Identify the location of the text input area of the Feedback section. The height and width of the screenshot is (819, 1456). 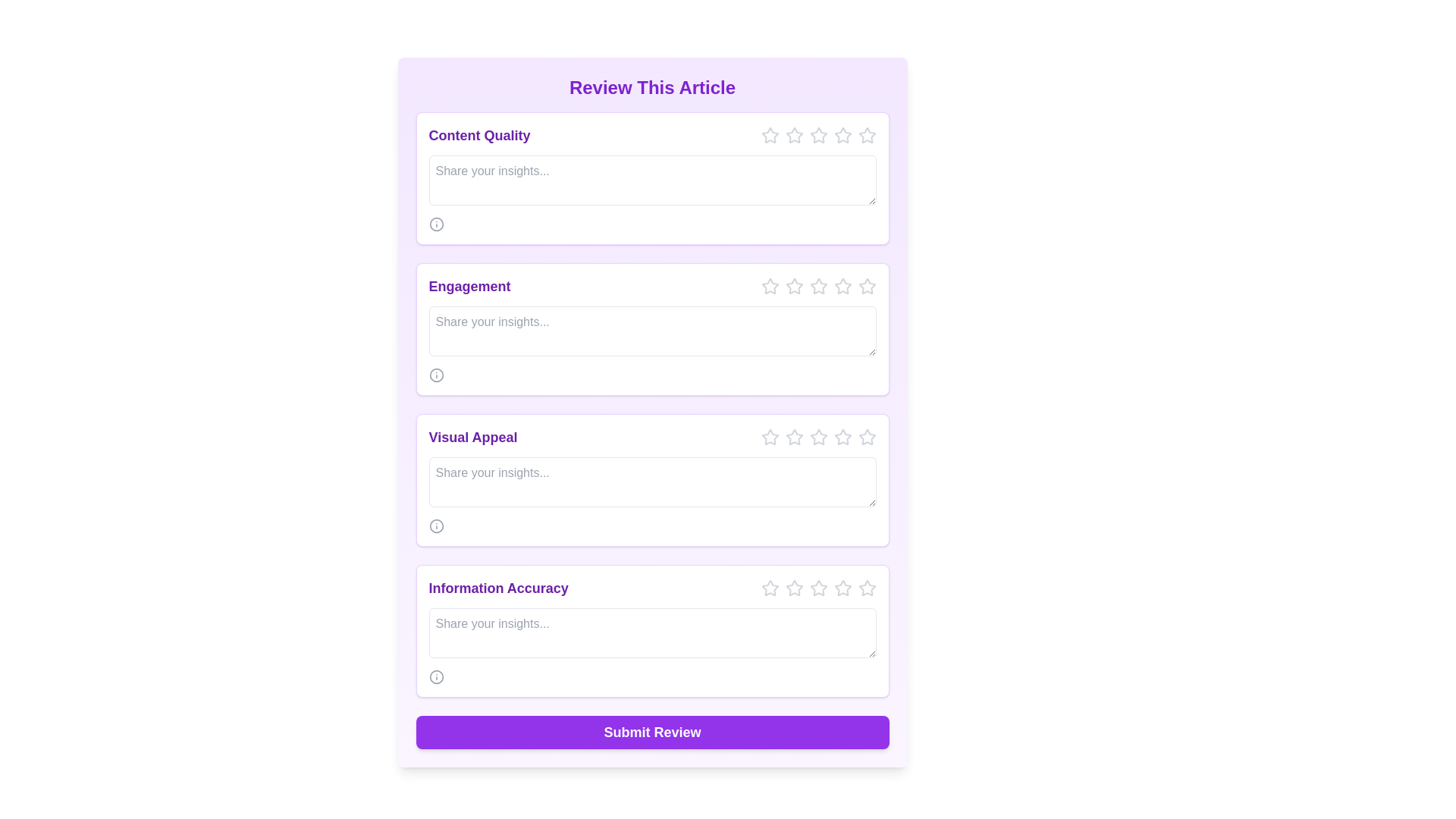
(652, 177).